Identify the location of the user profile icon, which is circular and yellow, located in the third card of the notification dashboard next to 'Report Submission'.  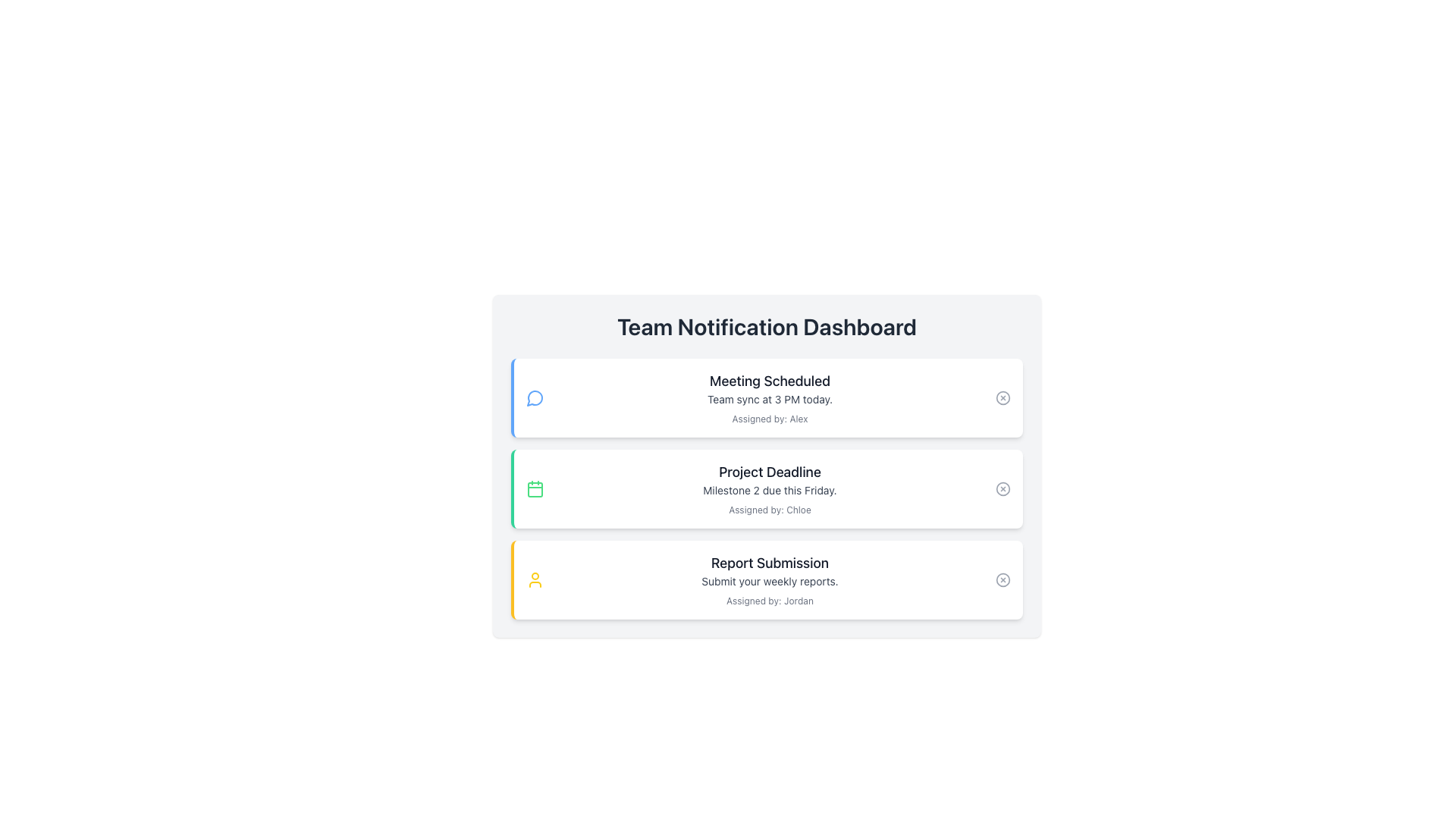
(535, 579).